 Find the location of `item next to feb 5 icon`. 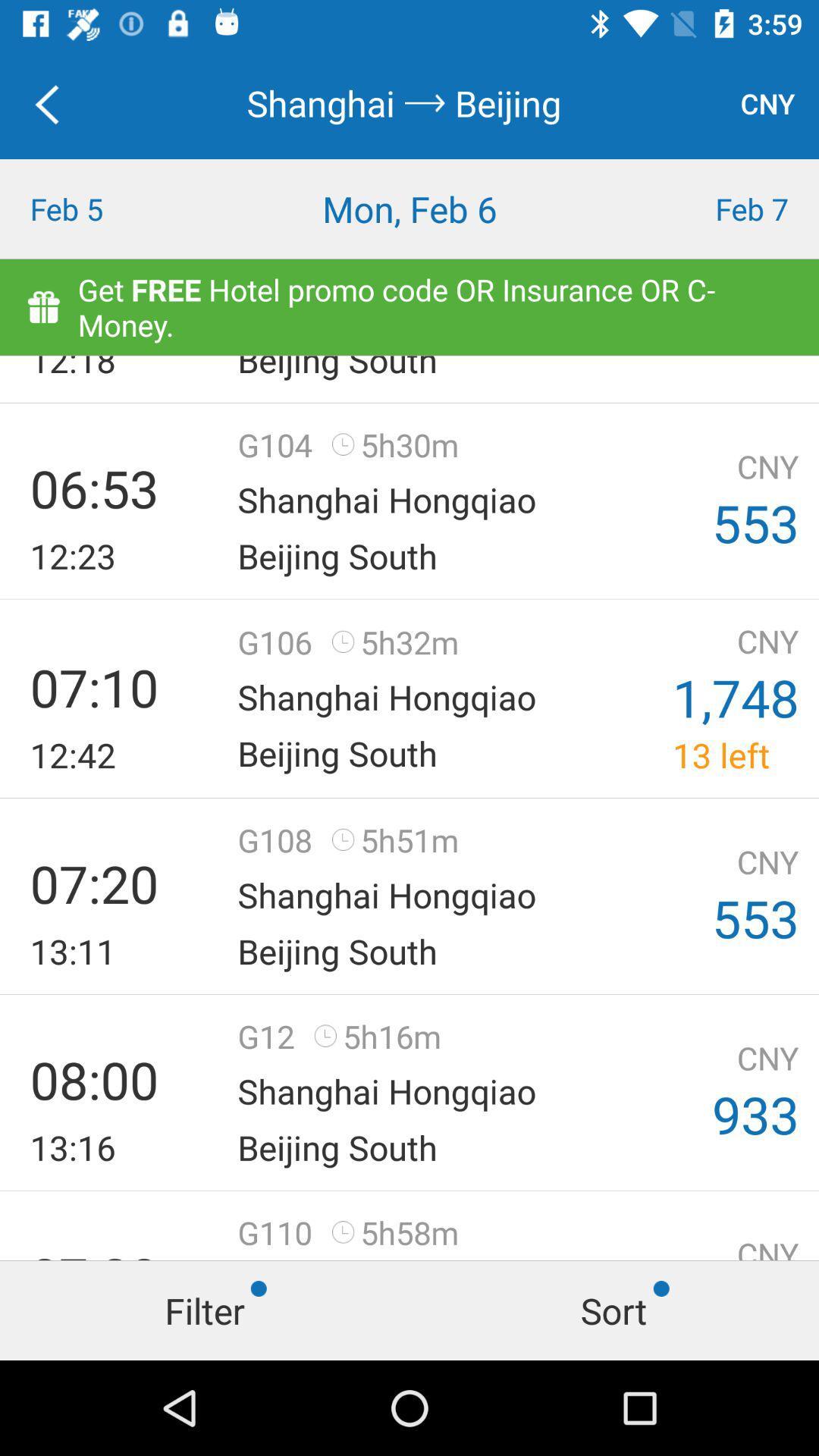

item next to feb 5 icon is located at coordinates (409, 208).